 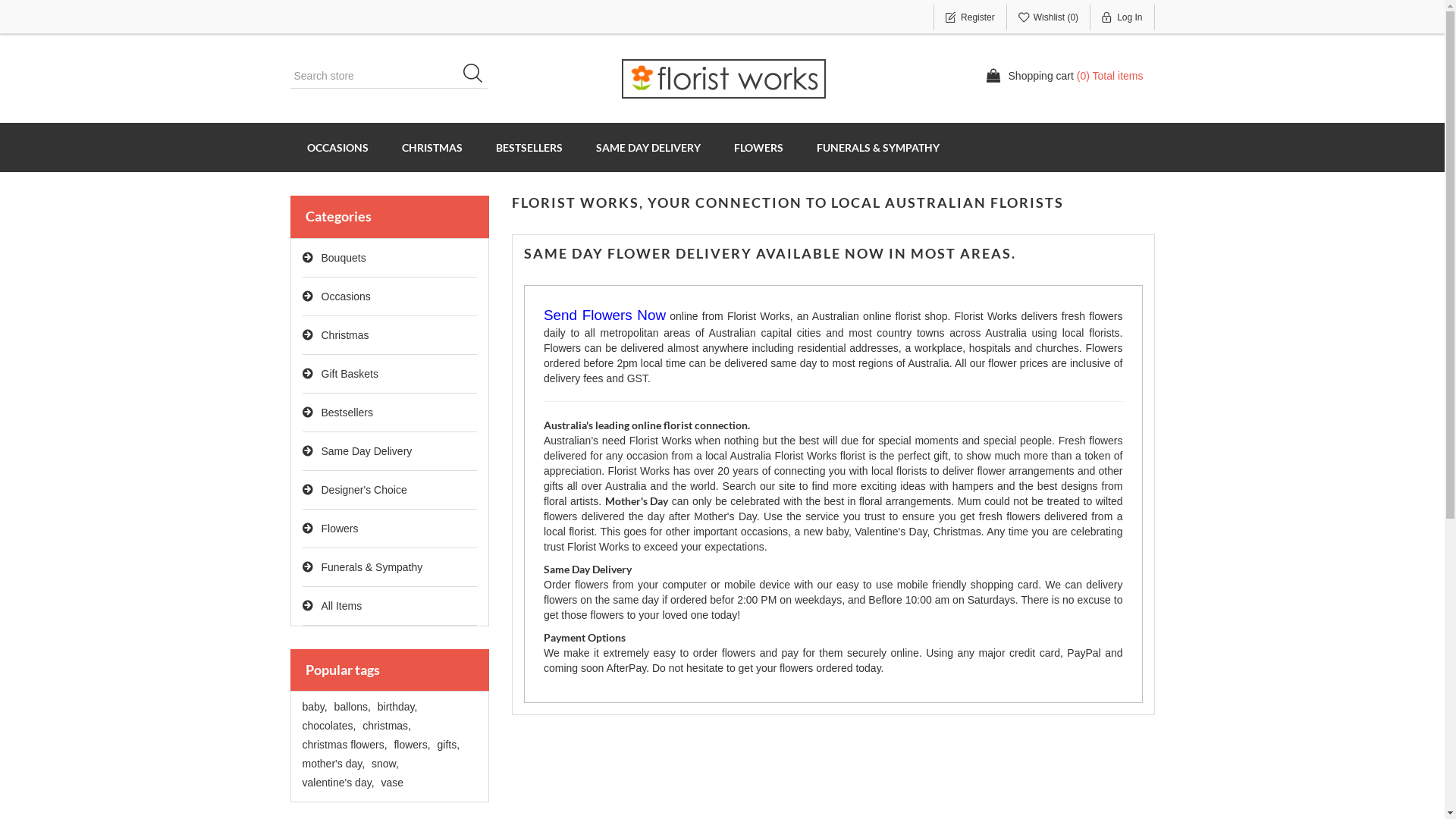 I want to click on 'Bouquets', so click(x=389, y=257).